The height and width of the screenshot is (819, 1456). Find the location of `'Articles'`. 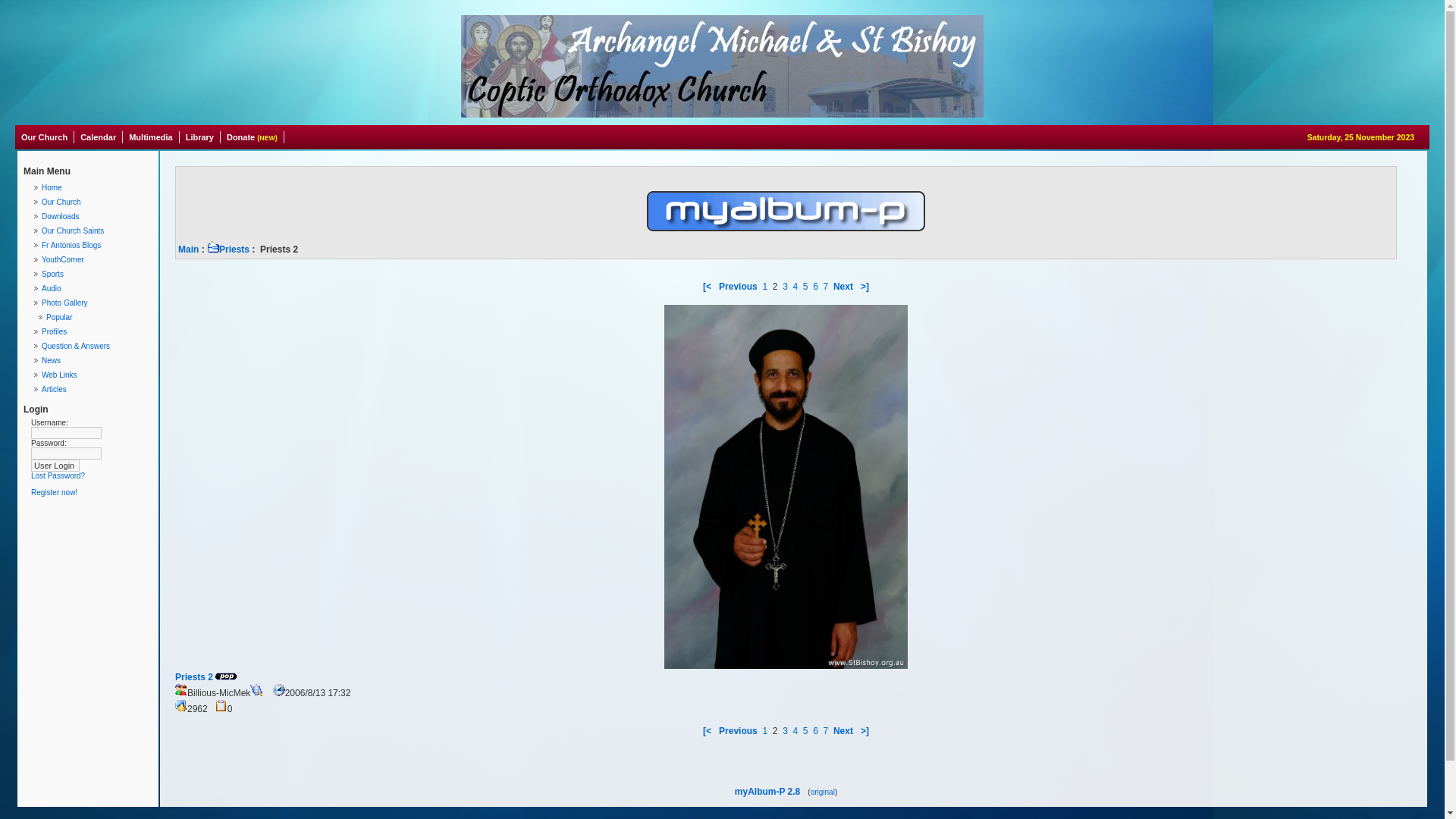

'Articles' is located at coordinates (90, 388).